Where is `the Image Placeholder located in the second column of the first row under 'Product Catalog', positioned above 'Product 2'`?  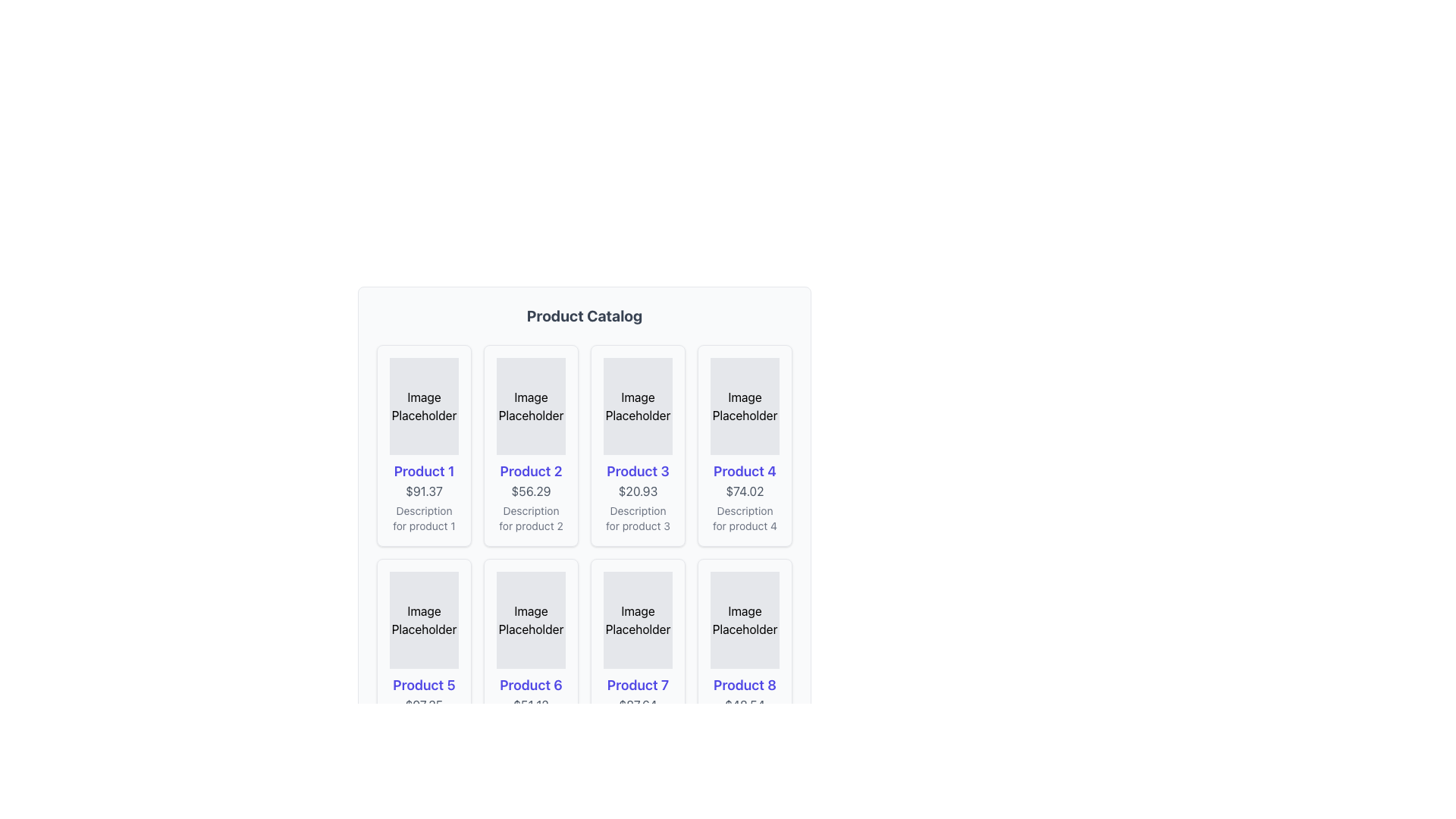 the Image Placeholder located in the second column of the first row under 'Product Catalog', positioned above 'Product 2' is located at coordinates (531, 406).